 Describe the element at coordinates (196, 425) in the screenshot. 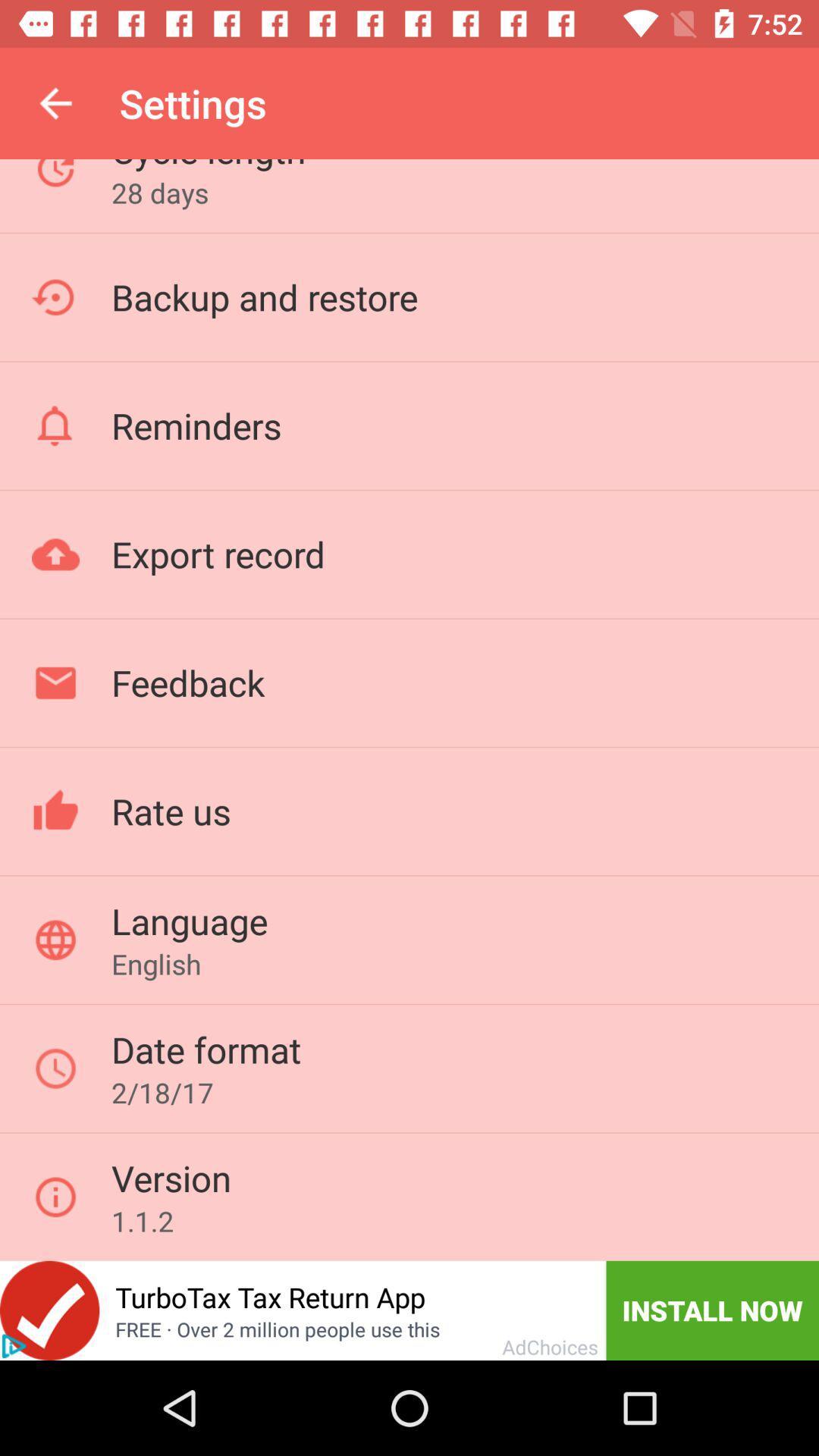

I see `icon below backup and restore` at that location.